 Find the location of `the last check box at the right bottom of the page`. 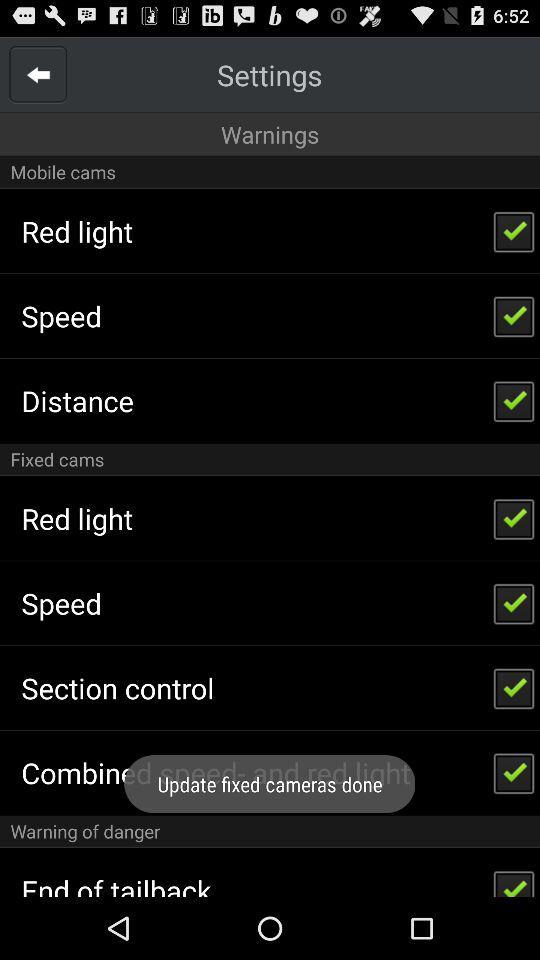

the last check box at the right bottom of the page is located at coordinates (514, 877).